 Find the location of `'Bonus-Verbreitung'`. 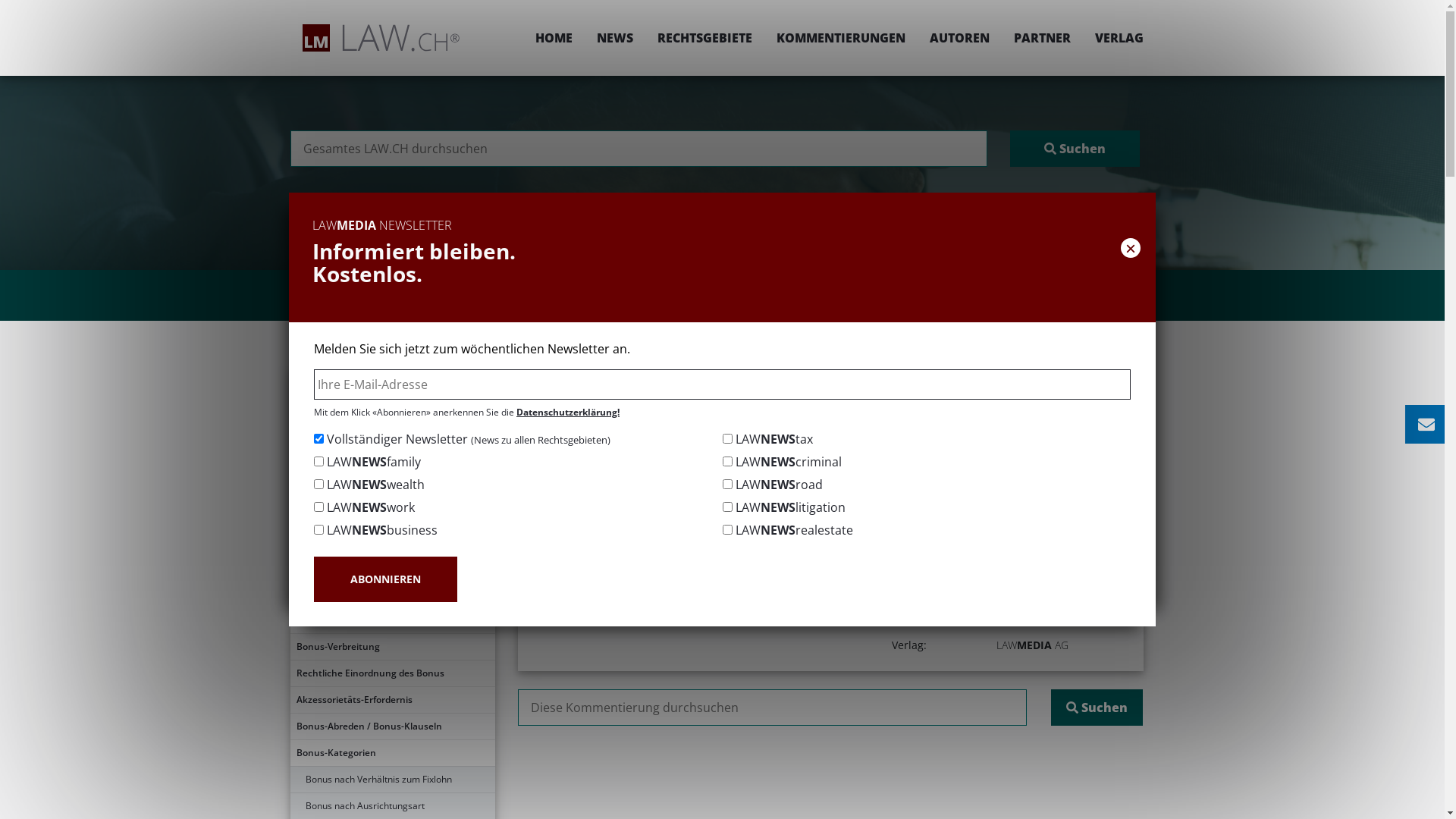

'Bonus-Verbreitung' is located at coordinates (290, 646).